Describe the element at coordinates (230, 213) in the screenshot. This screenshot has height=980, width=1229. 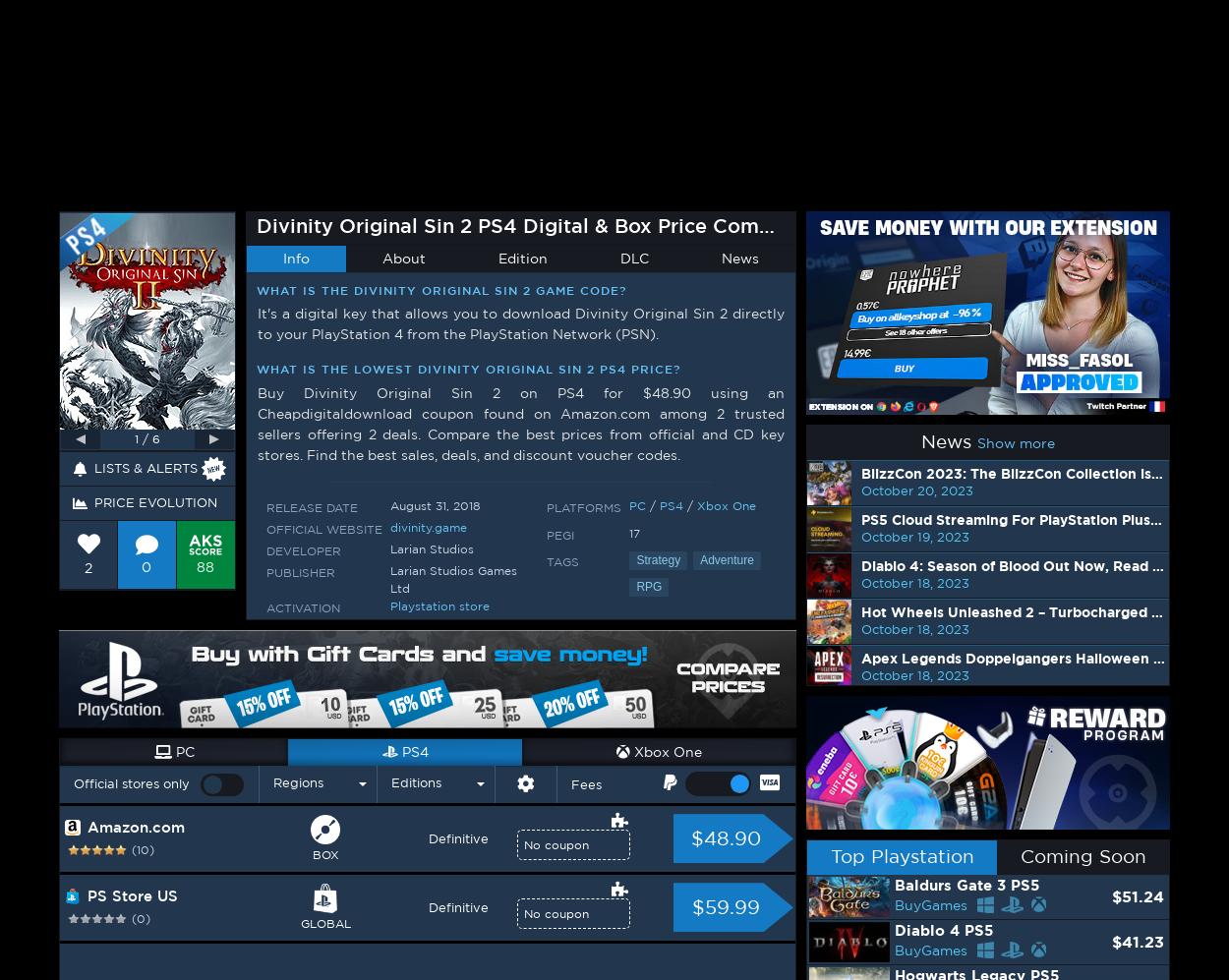
I see `'1 comment'` at that location.